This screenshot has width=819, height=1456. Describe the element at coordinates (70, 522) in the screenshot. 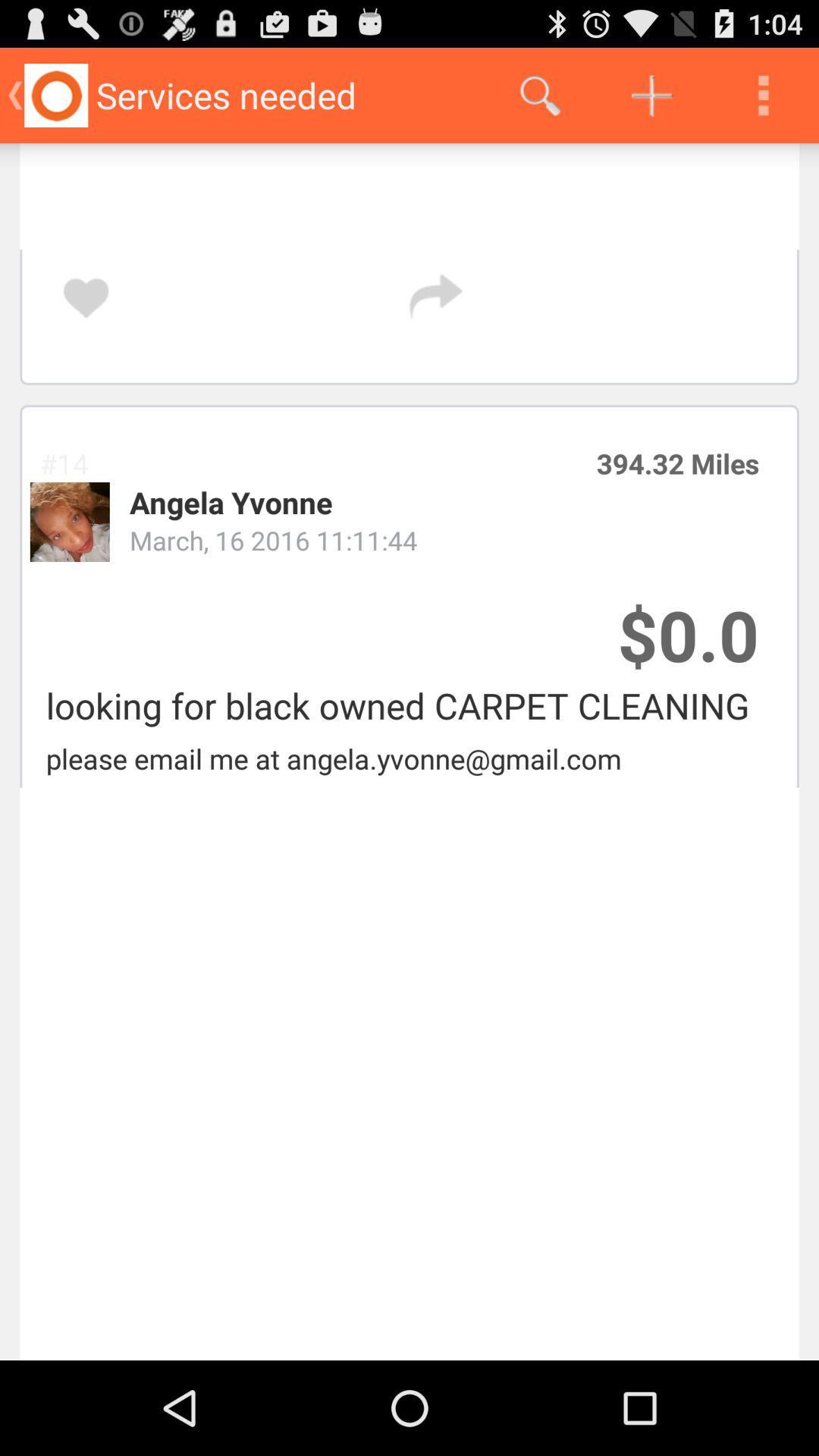

I see `the image below 14` at that location.